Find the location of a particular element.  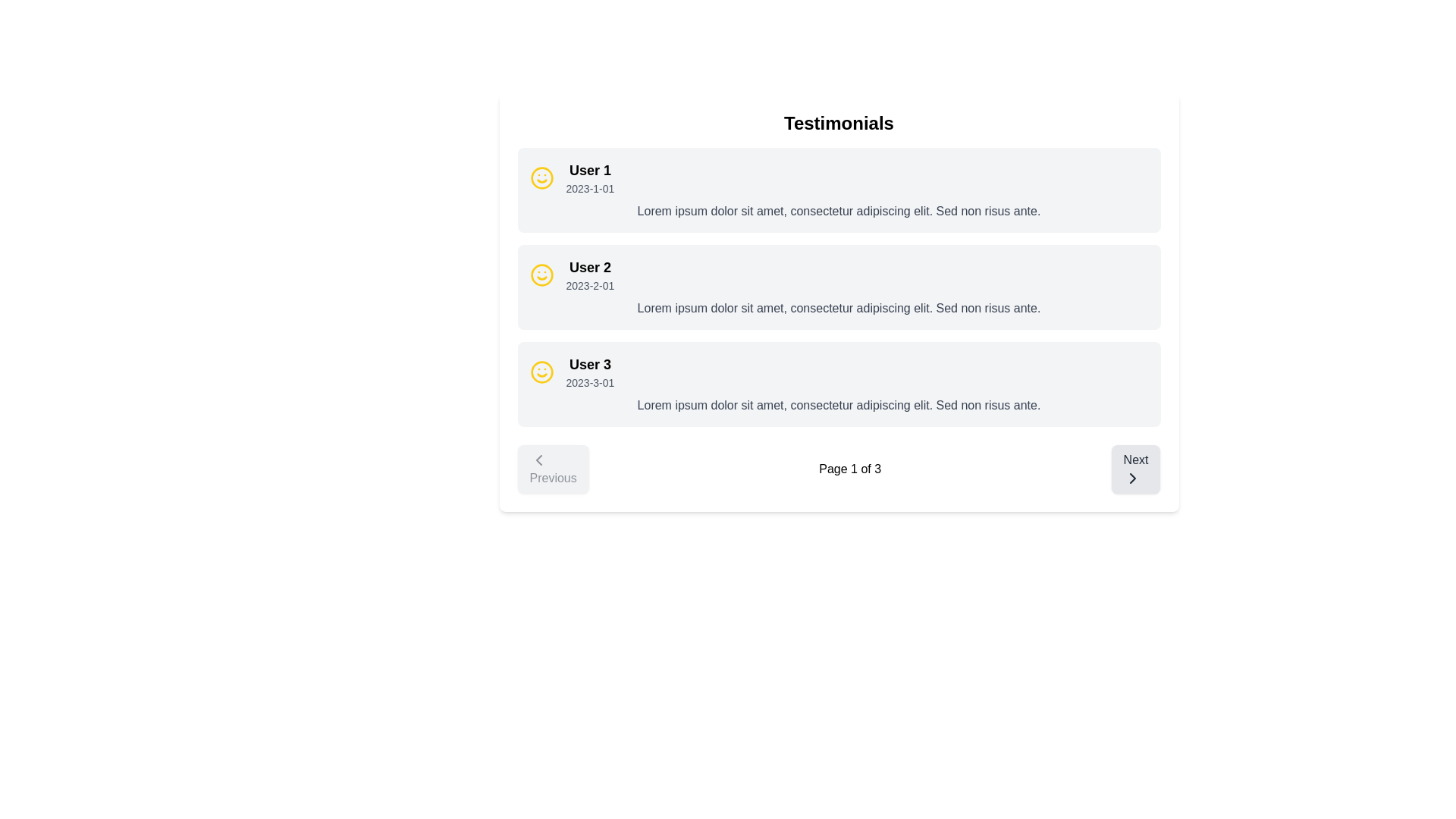

the Textual Information Block containing 'User 3' and the date '2023-3-01', which is styled with a bold font for the username and a smaller gray font for the date is located at coordinates (589, 372).